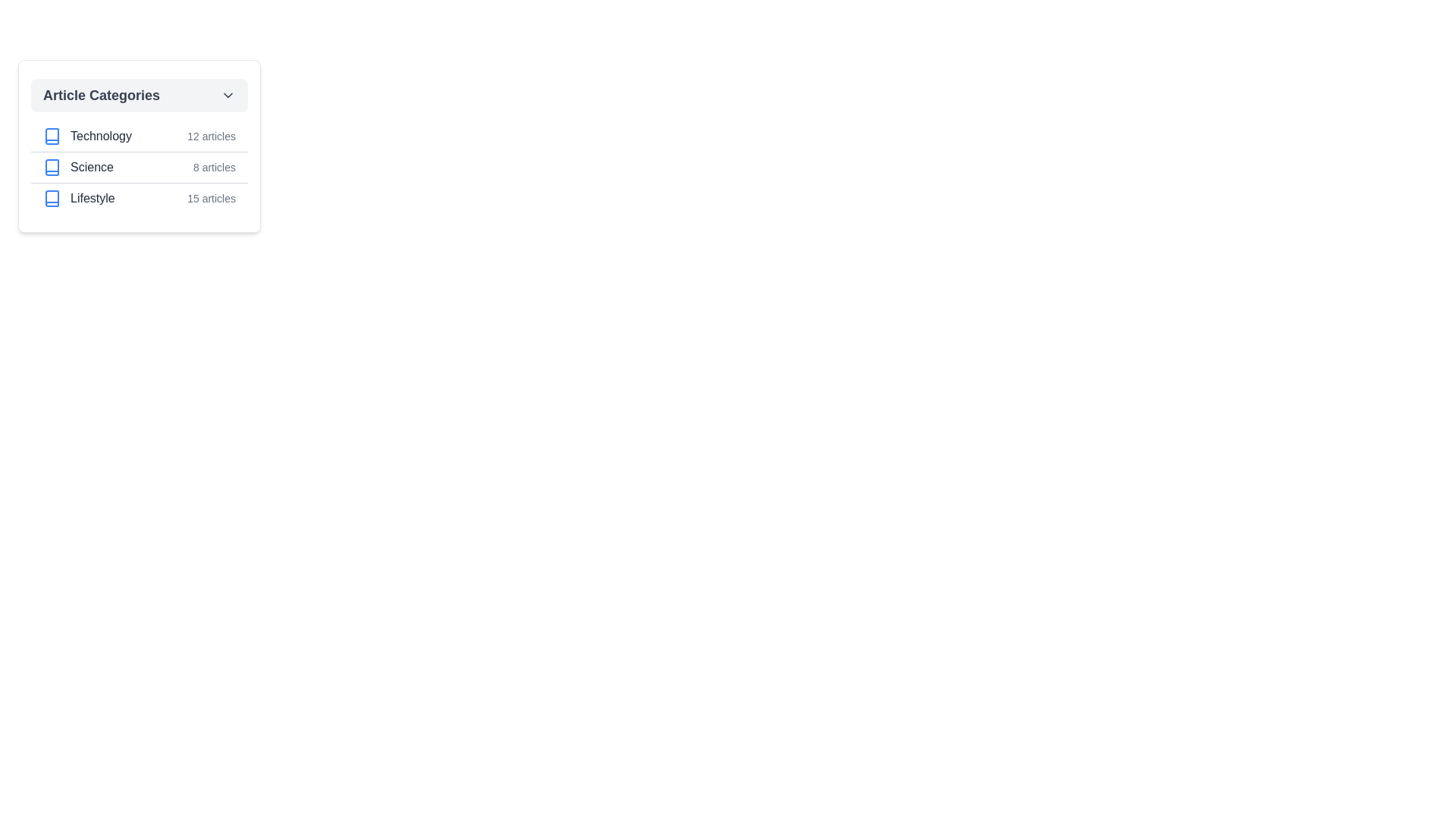 The width and height of the screenshot is (1456, 819). Describe the element at coordinates (52, 167) in the screenshot. I see `the 'Science' category icon, which is a vector graphic styled as a book illustration, located in the second row of the category list` at that location.